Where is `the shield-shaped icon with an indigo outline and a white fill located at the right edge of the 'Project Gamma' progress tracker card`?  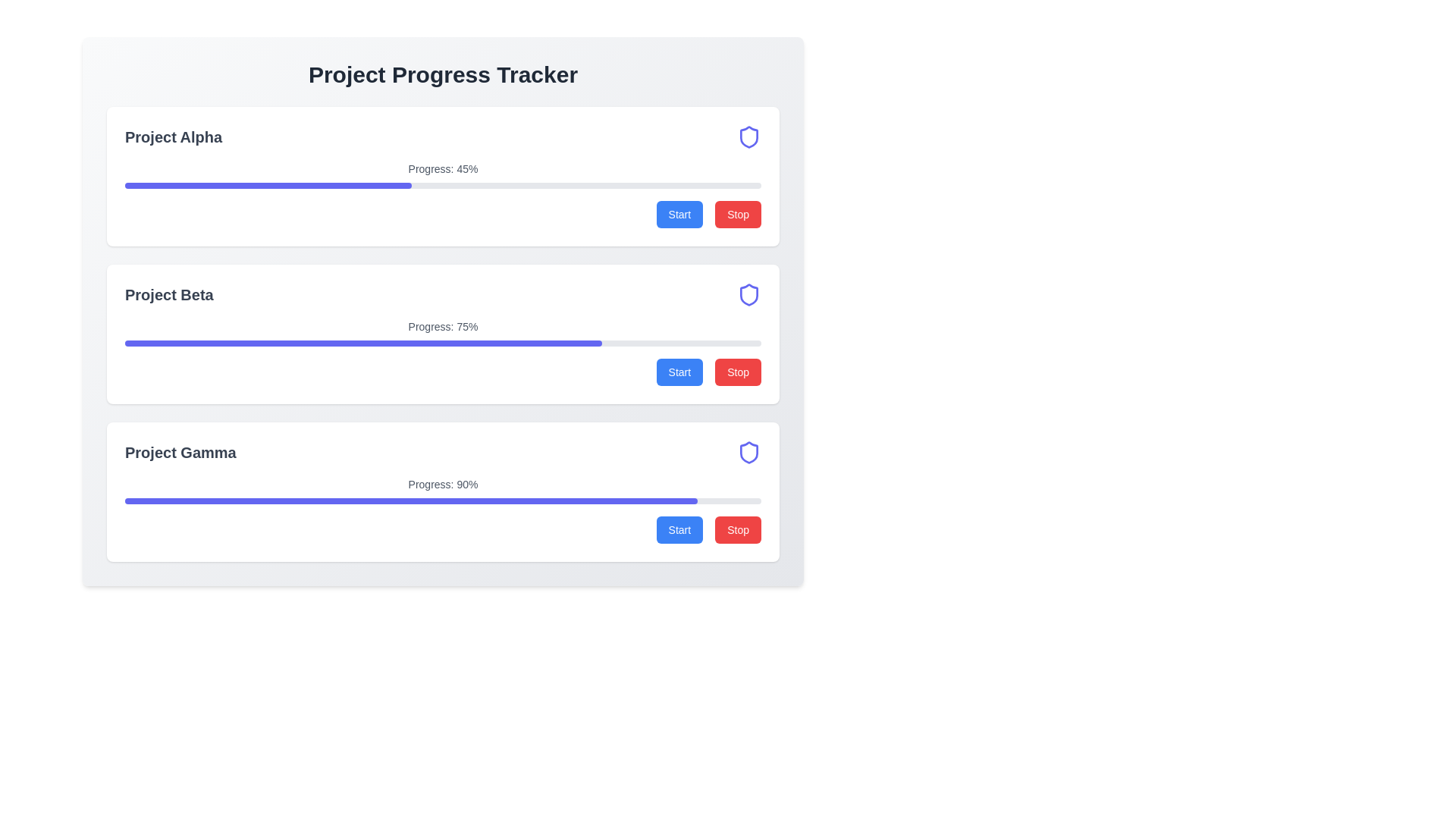 the shield-shaped icon with an indigo outline and a white fill located at the right edge of the 'Project Gamma' progress tracker card is located at coordinates (749, 452).